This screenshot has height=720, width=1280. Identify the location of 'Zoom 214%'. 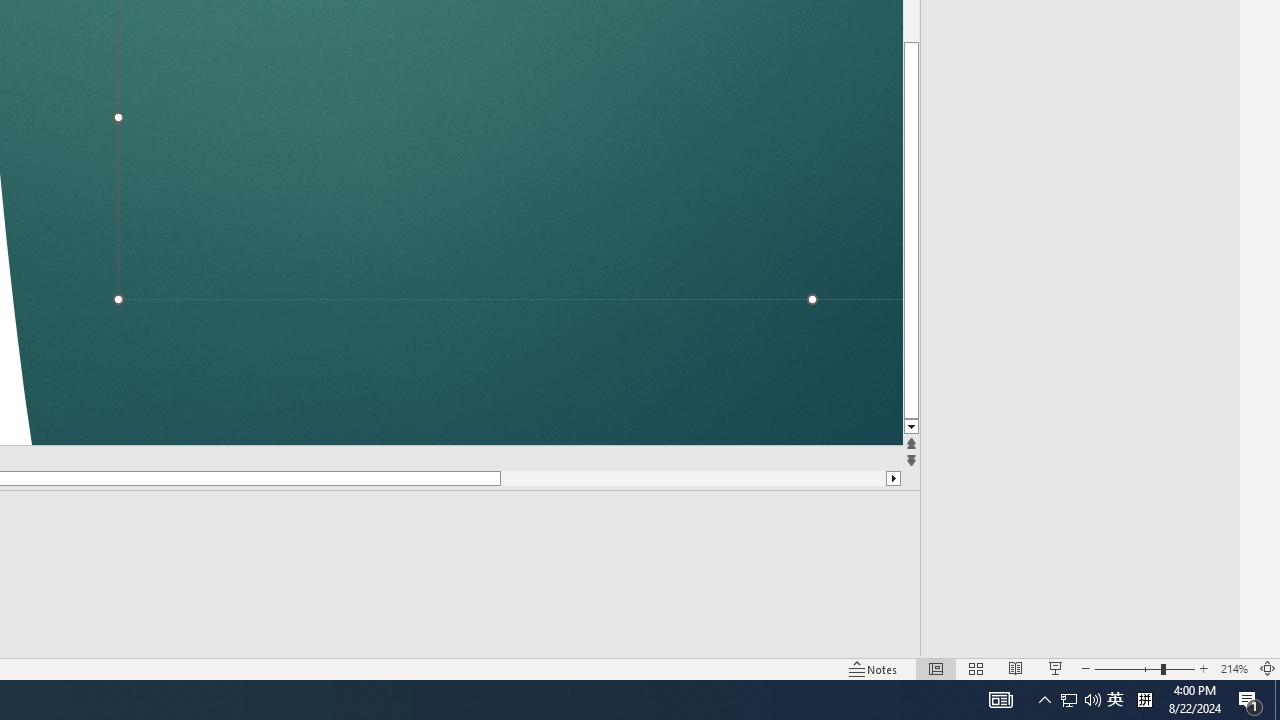
(1233, 669).